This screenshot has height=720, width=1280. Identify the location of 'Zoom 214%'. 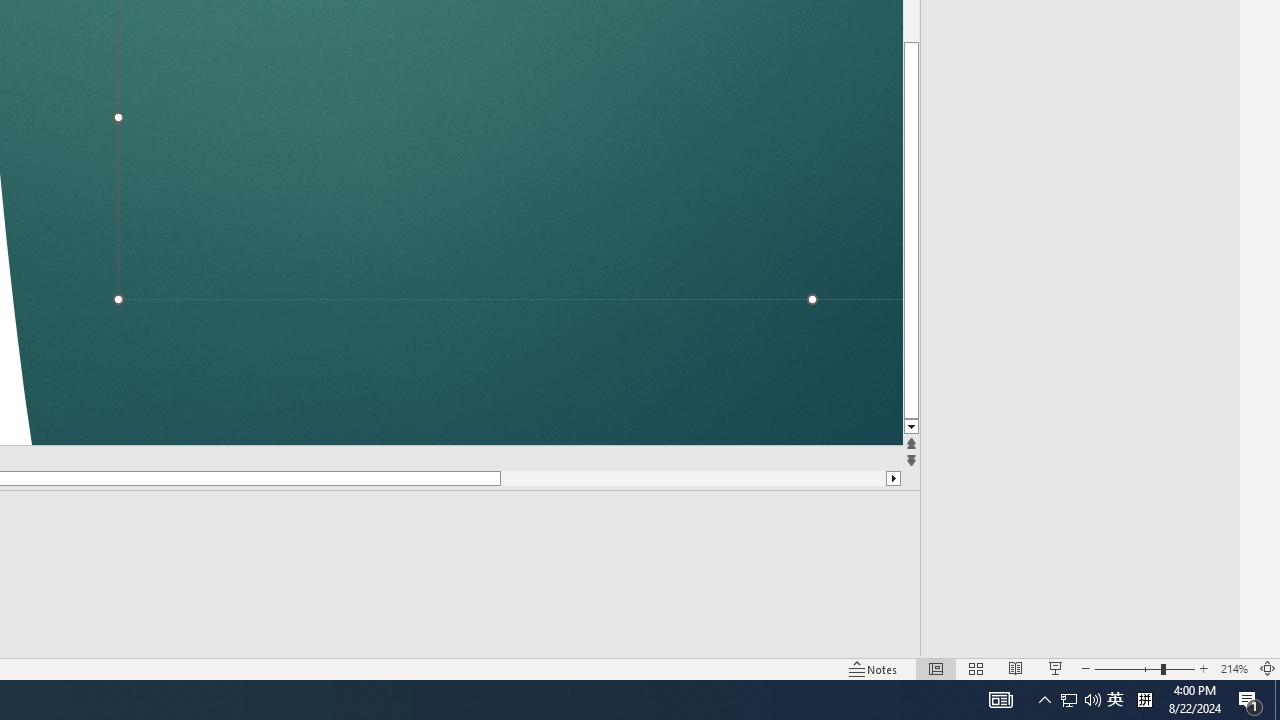
(1233, 669).